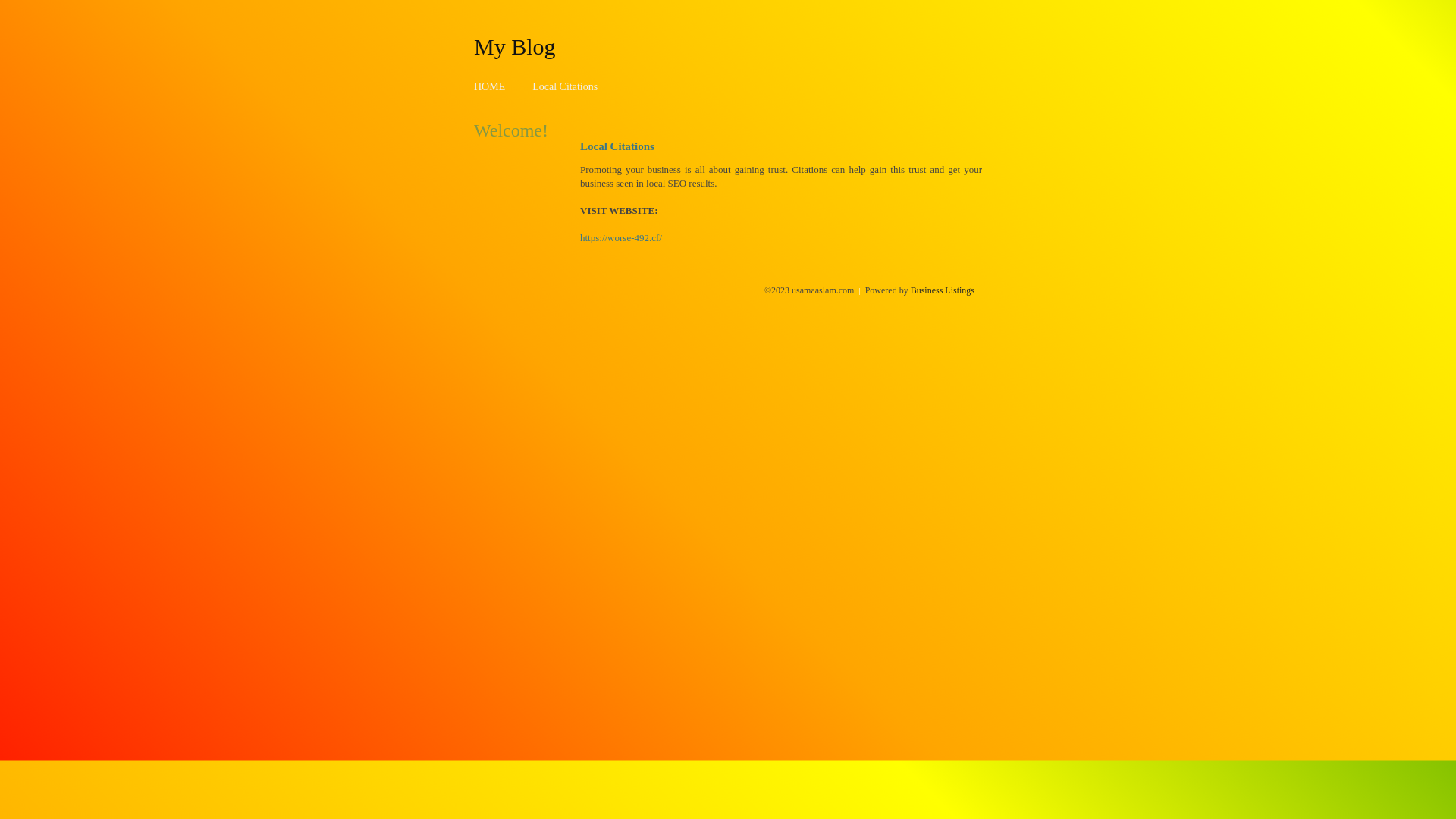 The width and height of the screenshot is (1456, 819). What do you see at coordinates (489, 86) in the screenshot?
I see `'HOME'` at bounding box center [489, 86].